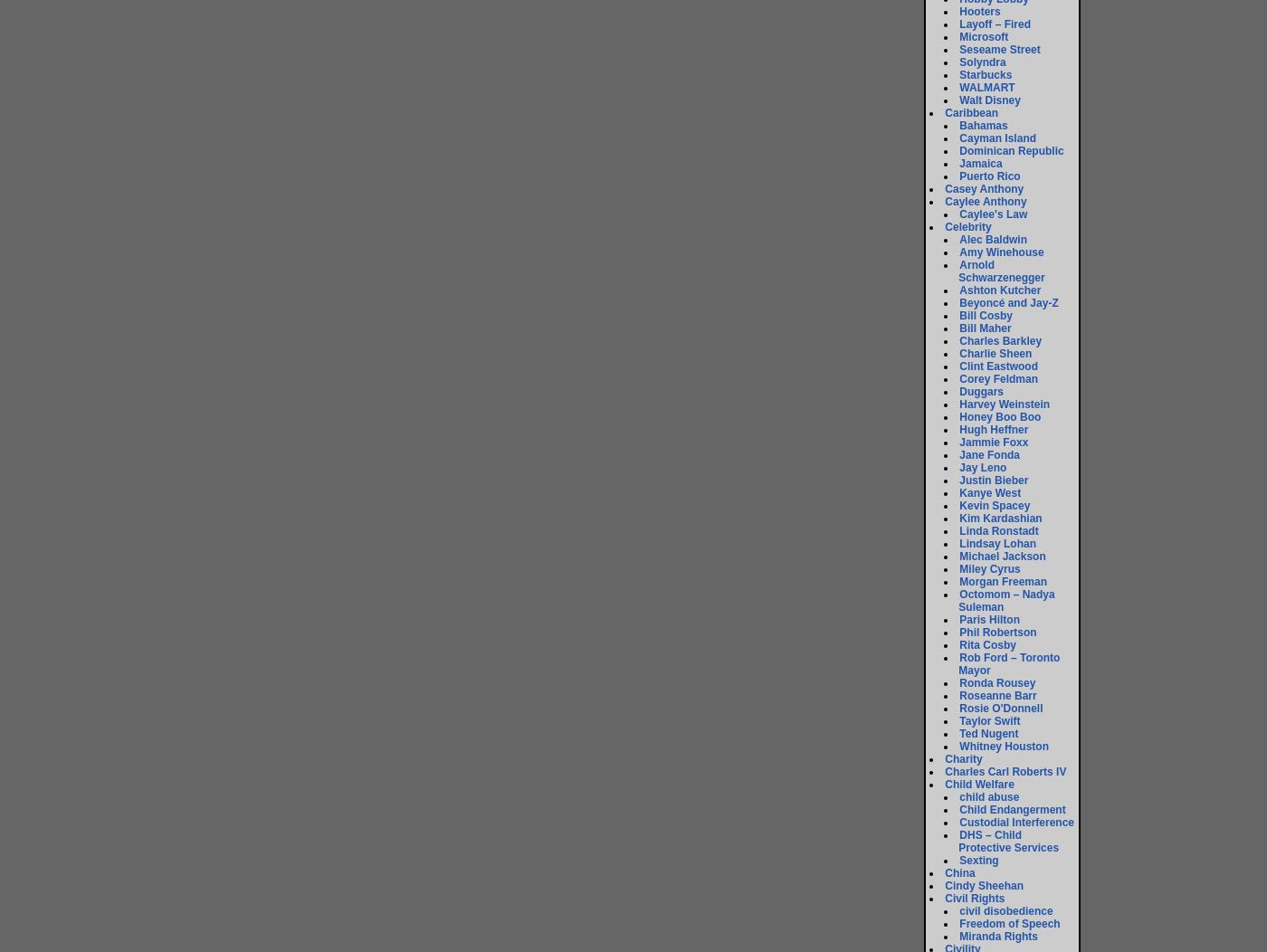 The height and width of the screenshot is (952, 1267). Describe the element at coordinates (958, 214) in the screenshot. I see `'Caylee's Law'` at that location.